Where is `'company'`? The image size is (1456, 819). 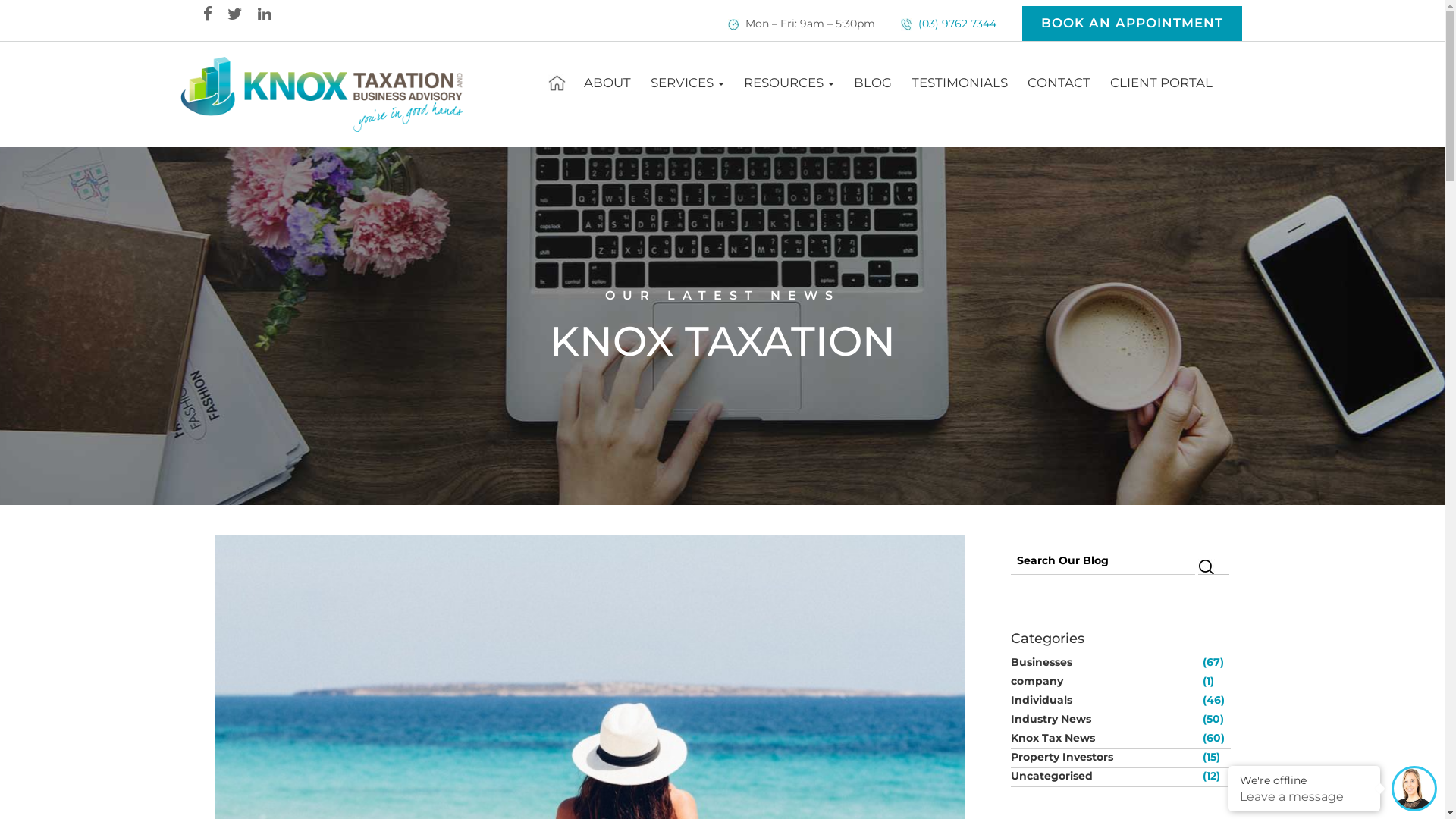 'company' is located at coordinates (1009, 680).